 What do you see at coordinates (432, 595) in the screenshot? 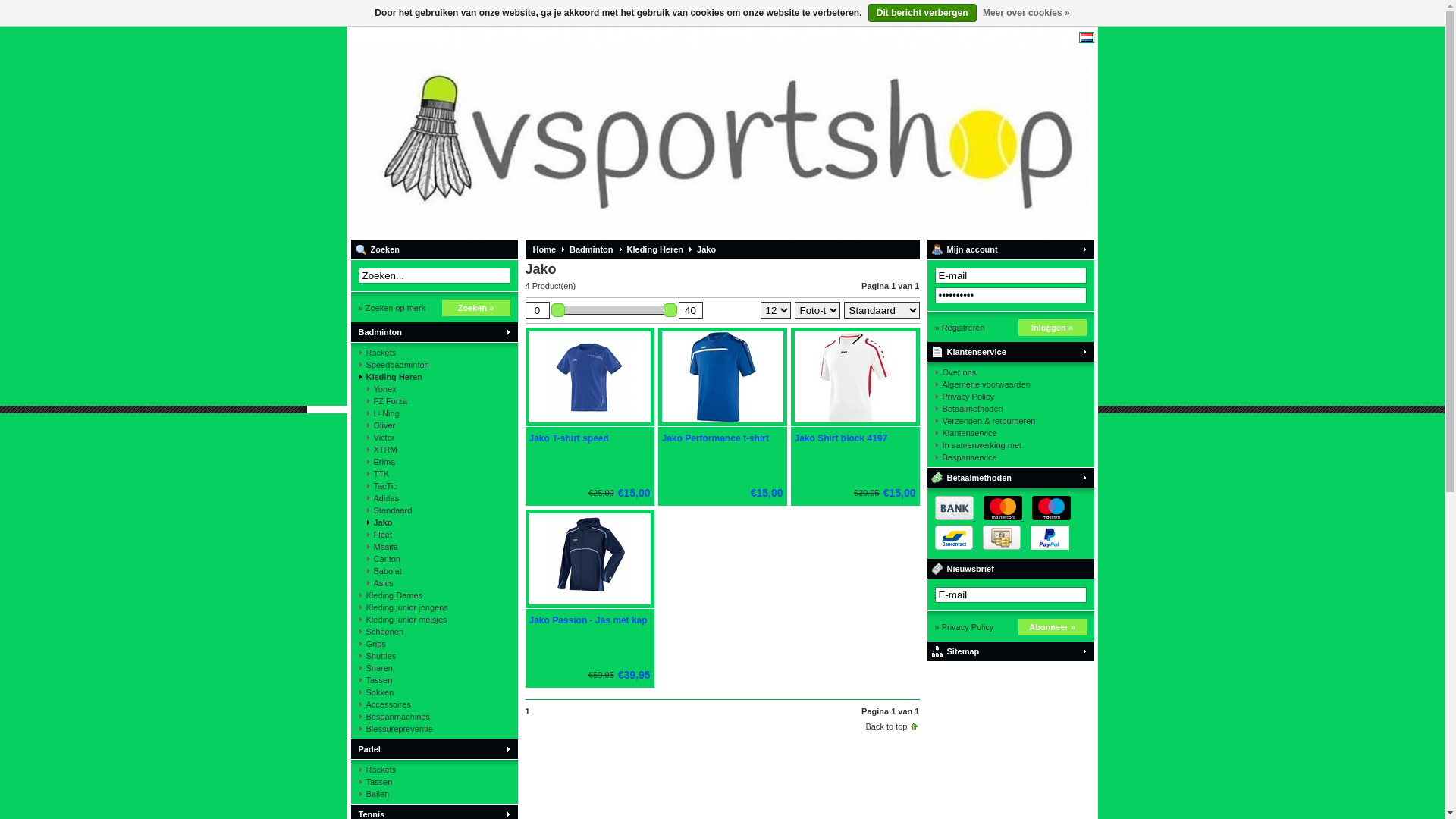
I see `'Kleding Dames'` at bounding box center [432, 595].